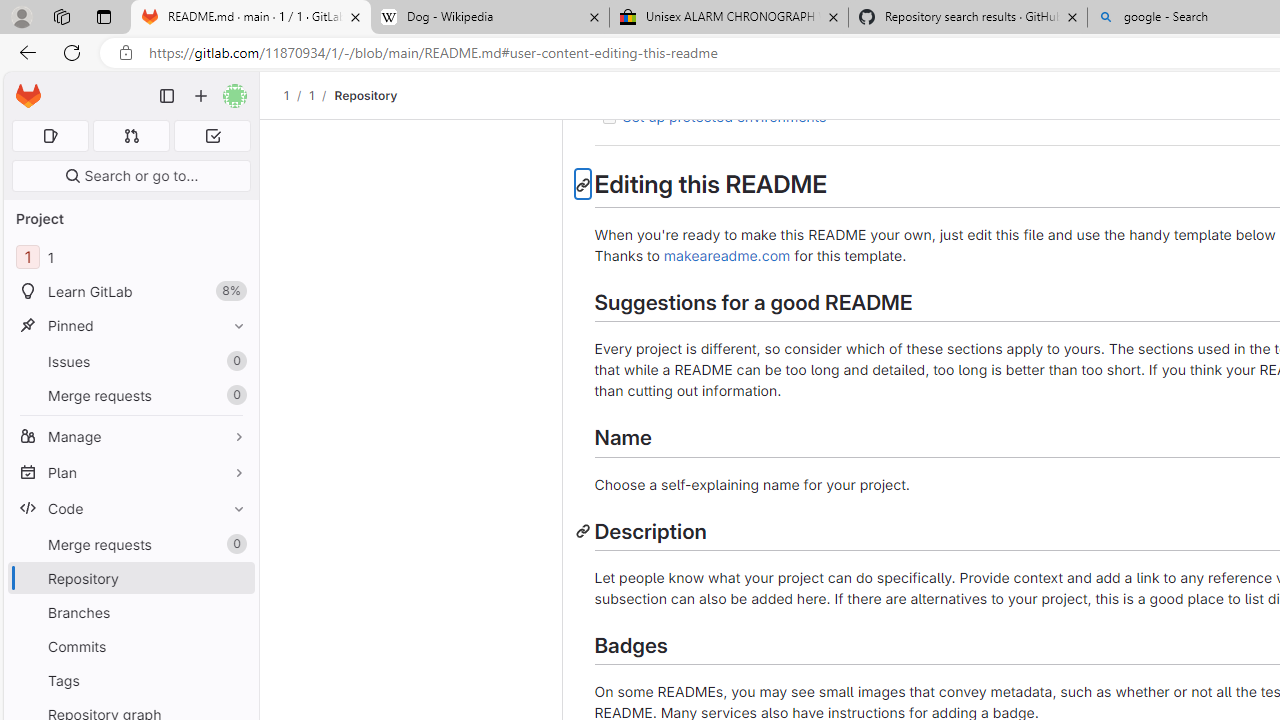  Describe the element at coordinates (130, 544) in the screenshot. I see `'Merge requests0'` at that location.